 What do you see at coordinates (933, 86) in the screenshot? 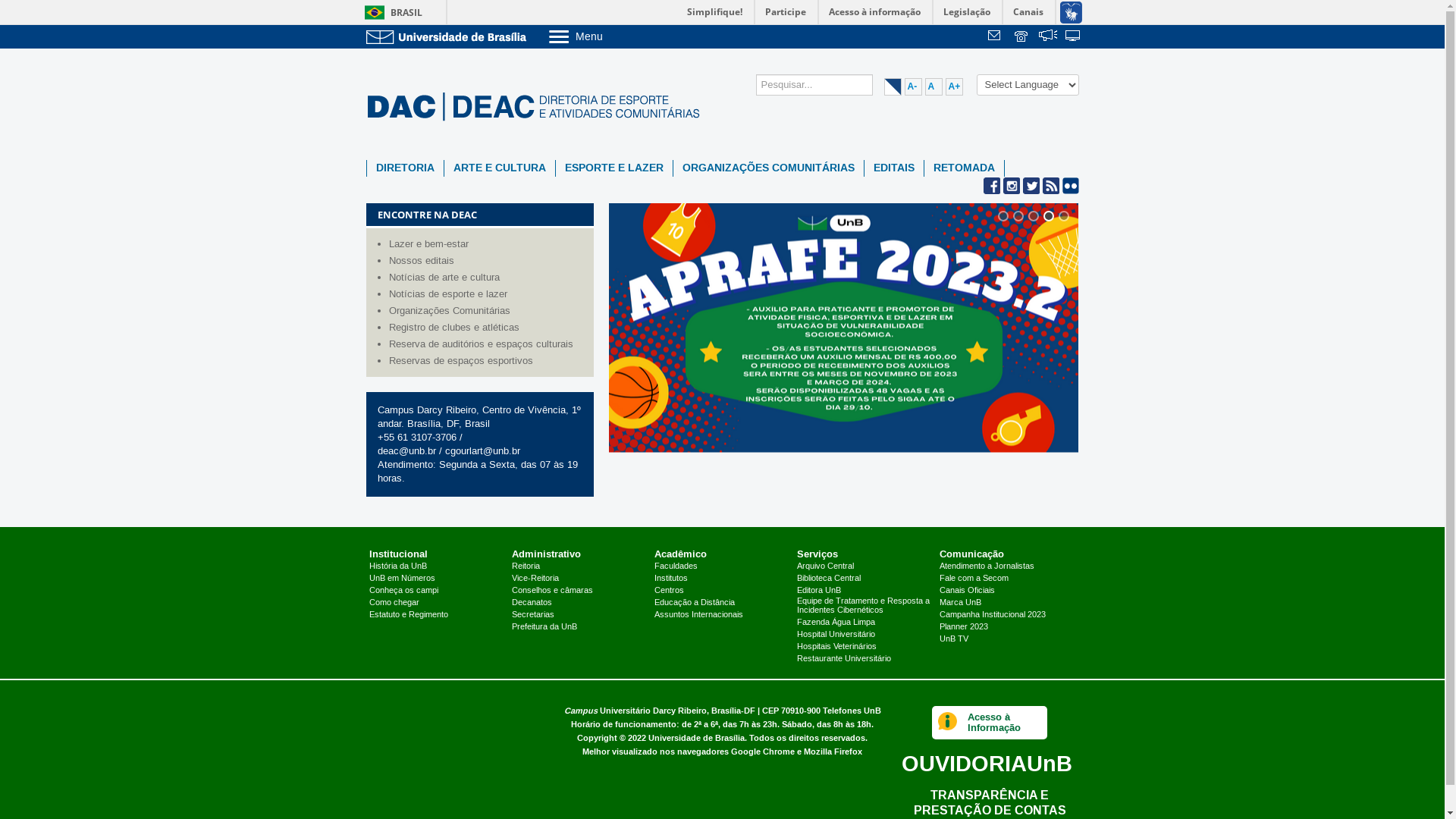
I see `'A'` at bounding box center [933, 86].